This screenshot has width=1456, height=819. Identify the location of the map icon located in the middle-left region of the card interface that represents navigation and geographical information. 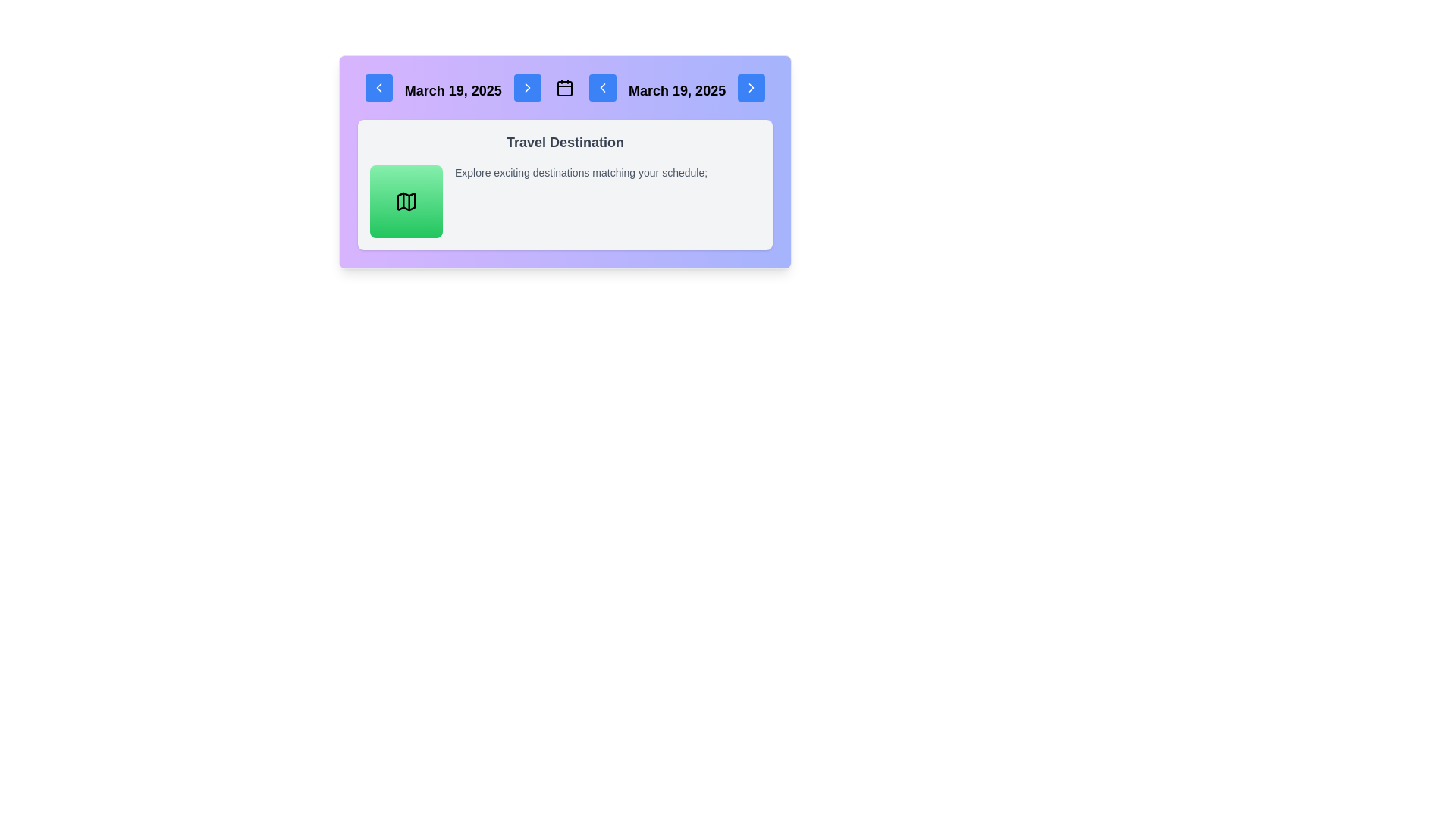
(406, 201).